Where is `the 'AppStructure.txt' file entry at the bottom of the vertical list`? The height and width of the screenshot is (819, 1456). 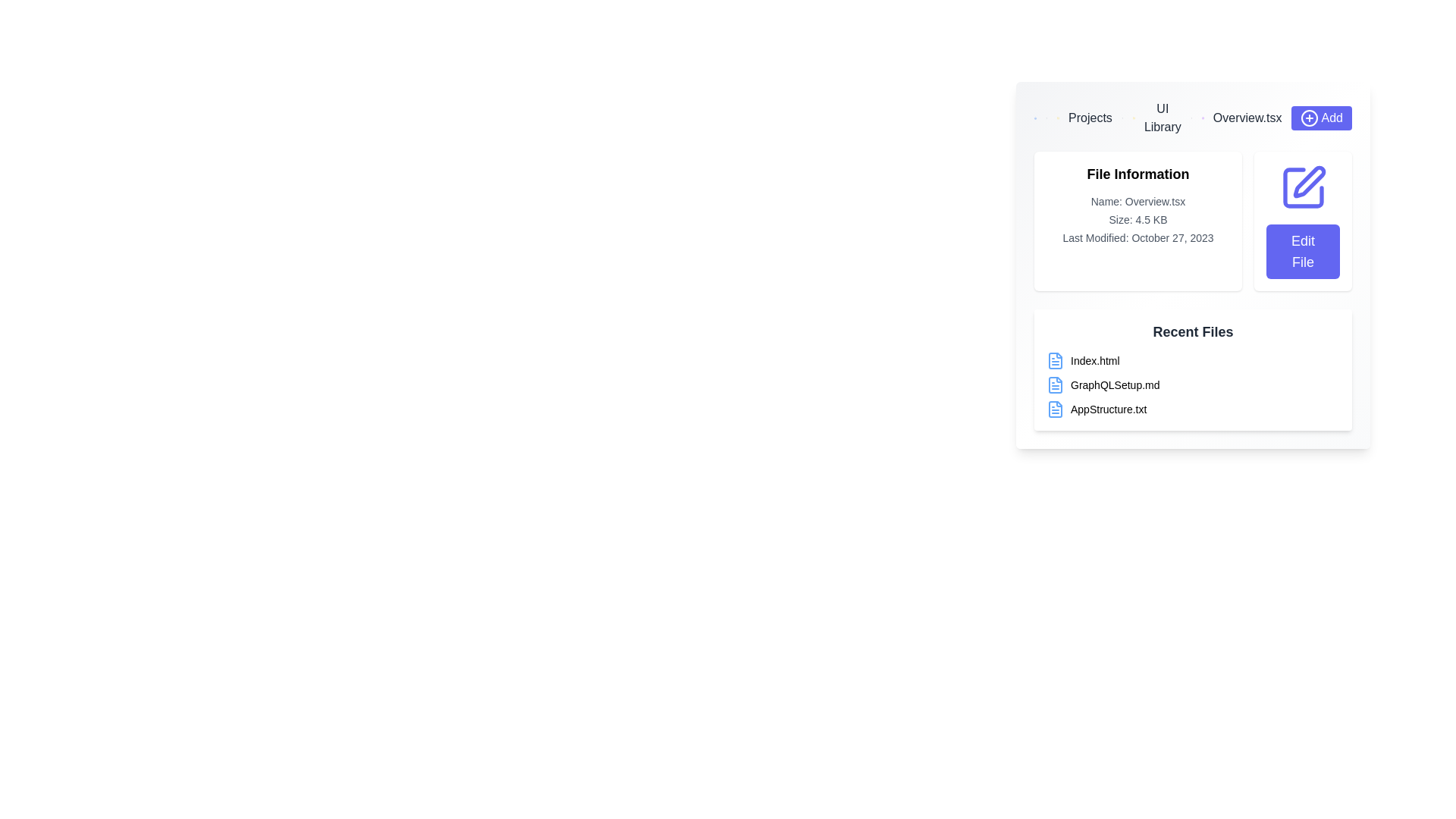
the 'AppStructure.txt' file entry at the bottom of the vertical list is located at coordinates (1192, 409).